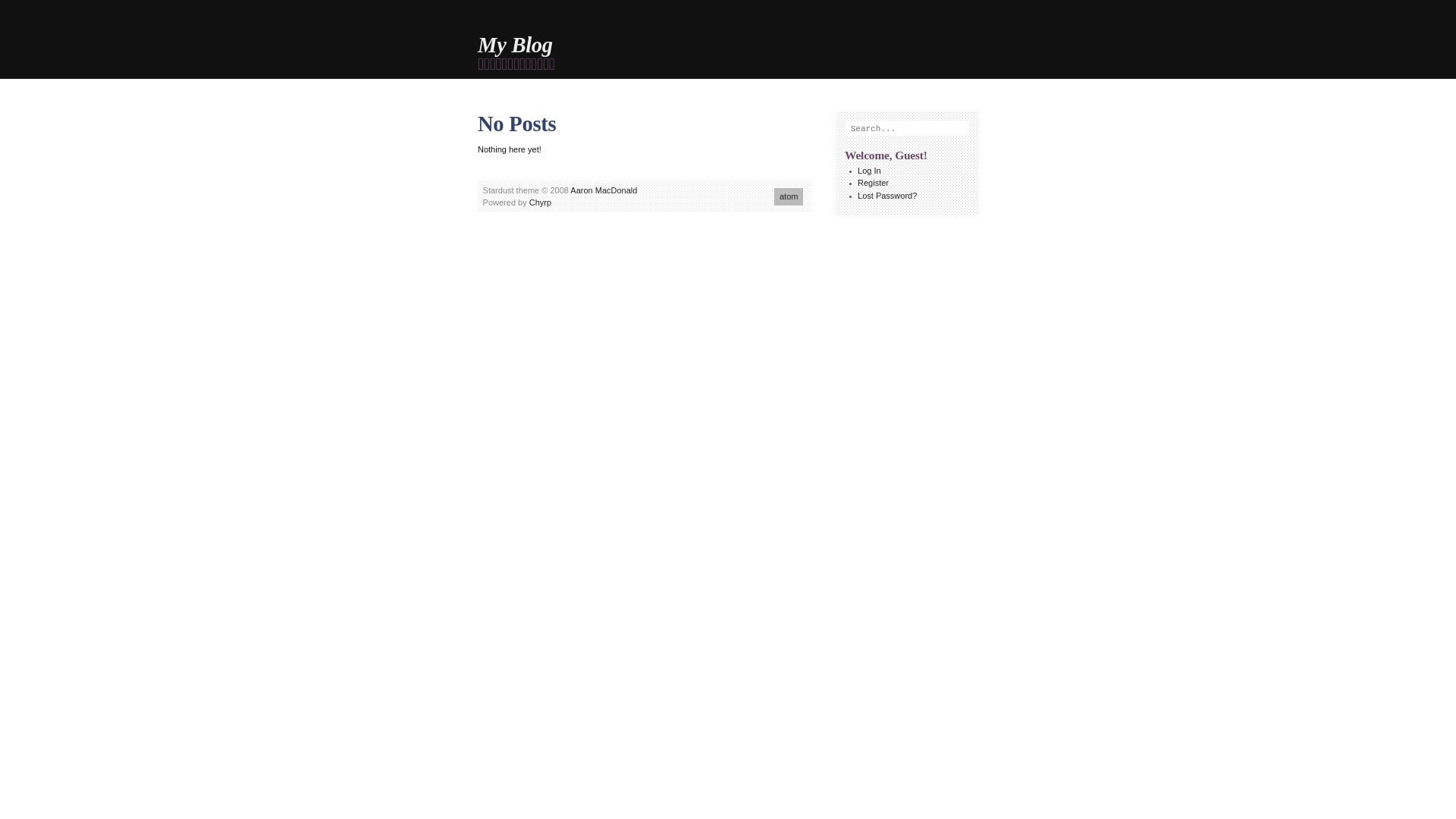 Image resolution: width=1456 pixels, height=819 pixels. Describe the element at coordinates (869, 170) in the screenshot. I see `'Log In'` at that location.